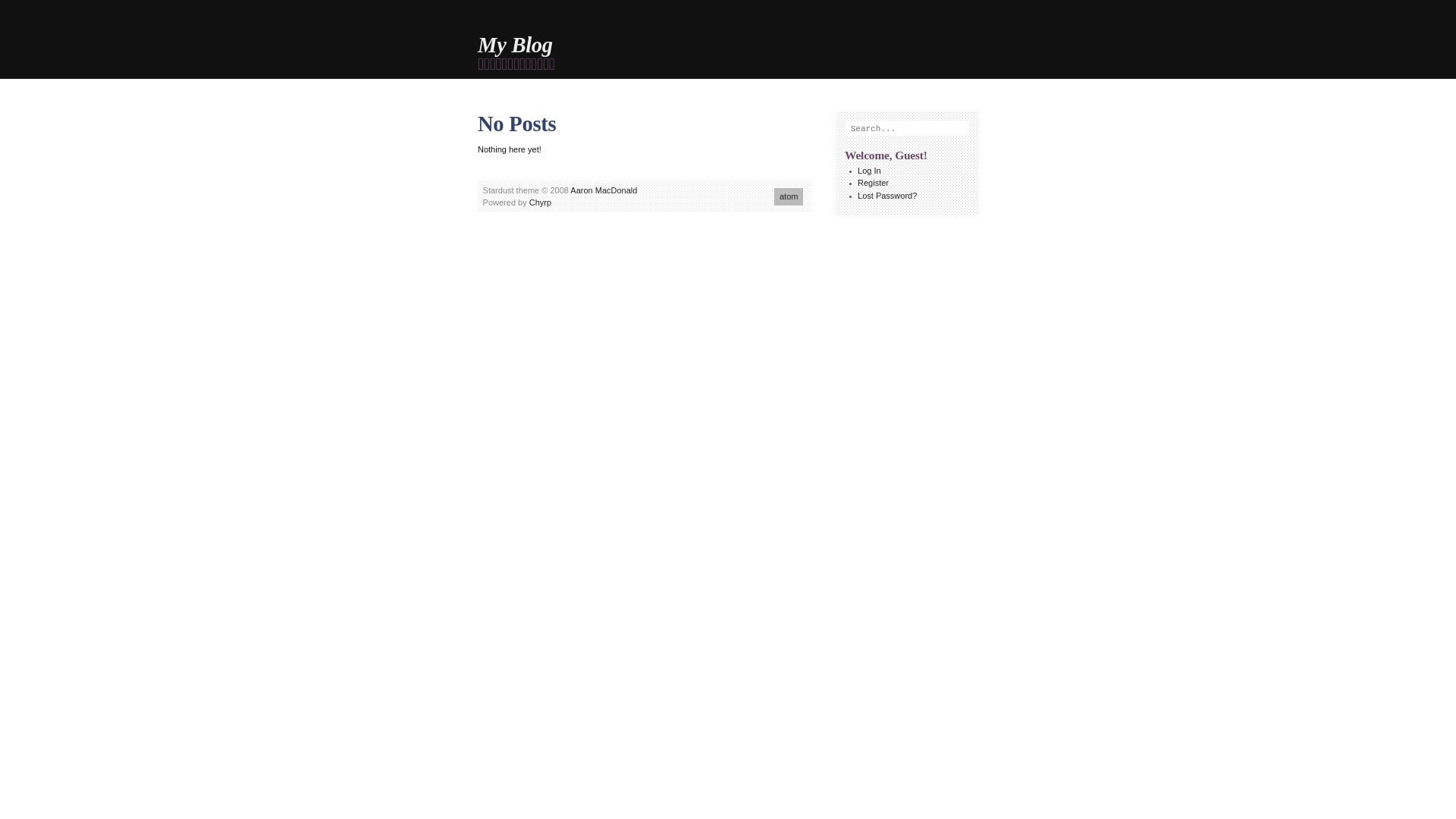 Image resolution: width=1456 pixels, height=819 pixels. Describe the element at coordinates (869, 170) in the screenshot. I see `'Log In'` at that location.